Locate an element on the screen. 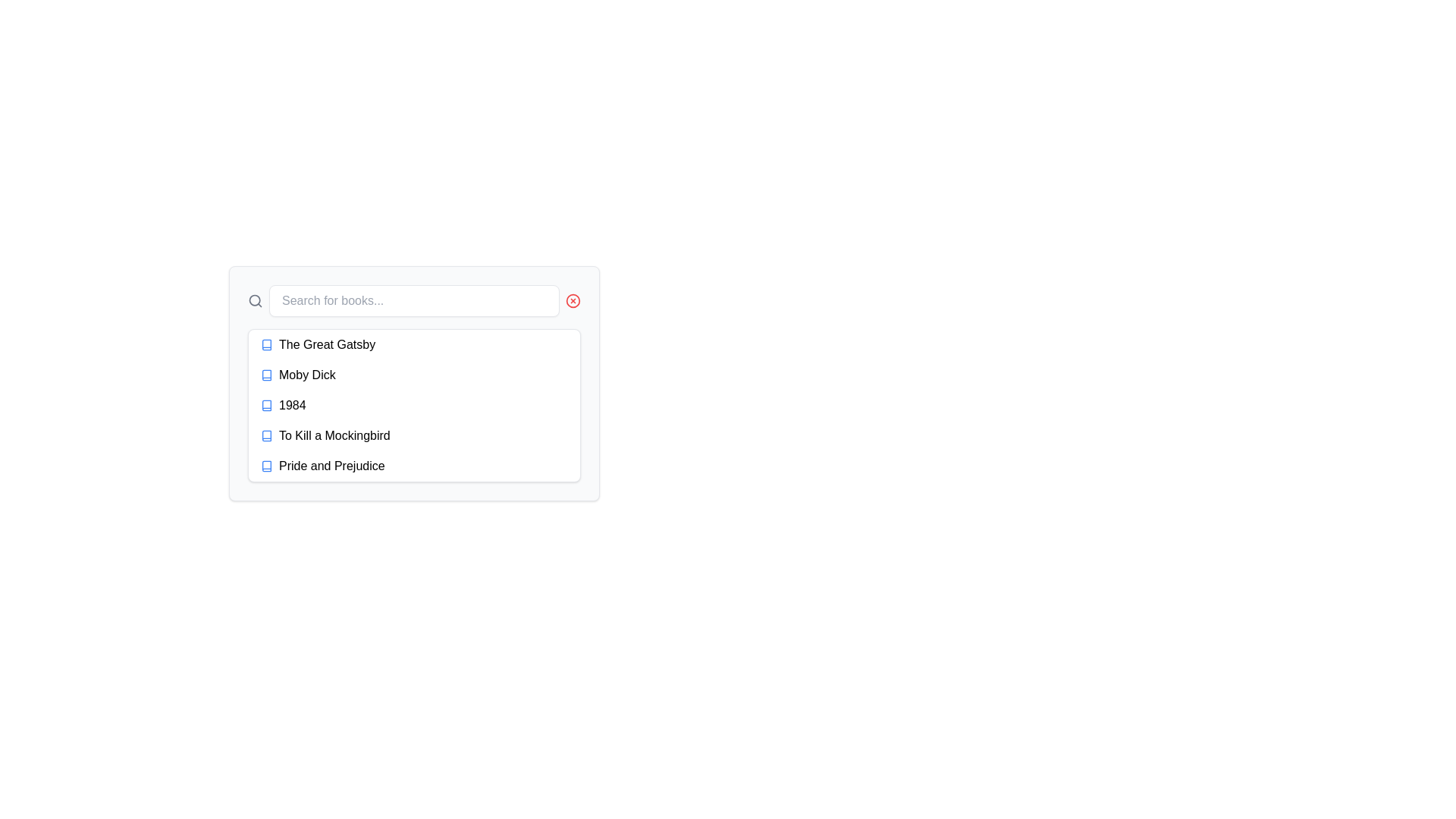  the book icon representing 'To Kill a Mockingbird', which is the fourth book in the list is located at coordinates (266, 435).